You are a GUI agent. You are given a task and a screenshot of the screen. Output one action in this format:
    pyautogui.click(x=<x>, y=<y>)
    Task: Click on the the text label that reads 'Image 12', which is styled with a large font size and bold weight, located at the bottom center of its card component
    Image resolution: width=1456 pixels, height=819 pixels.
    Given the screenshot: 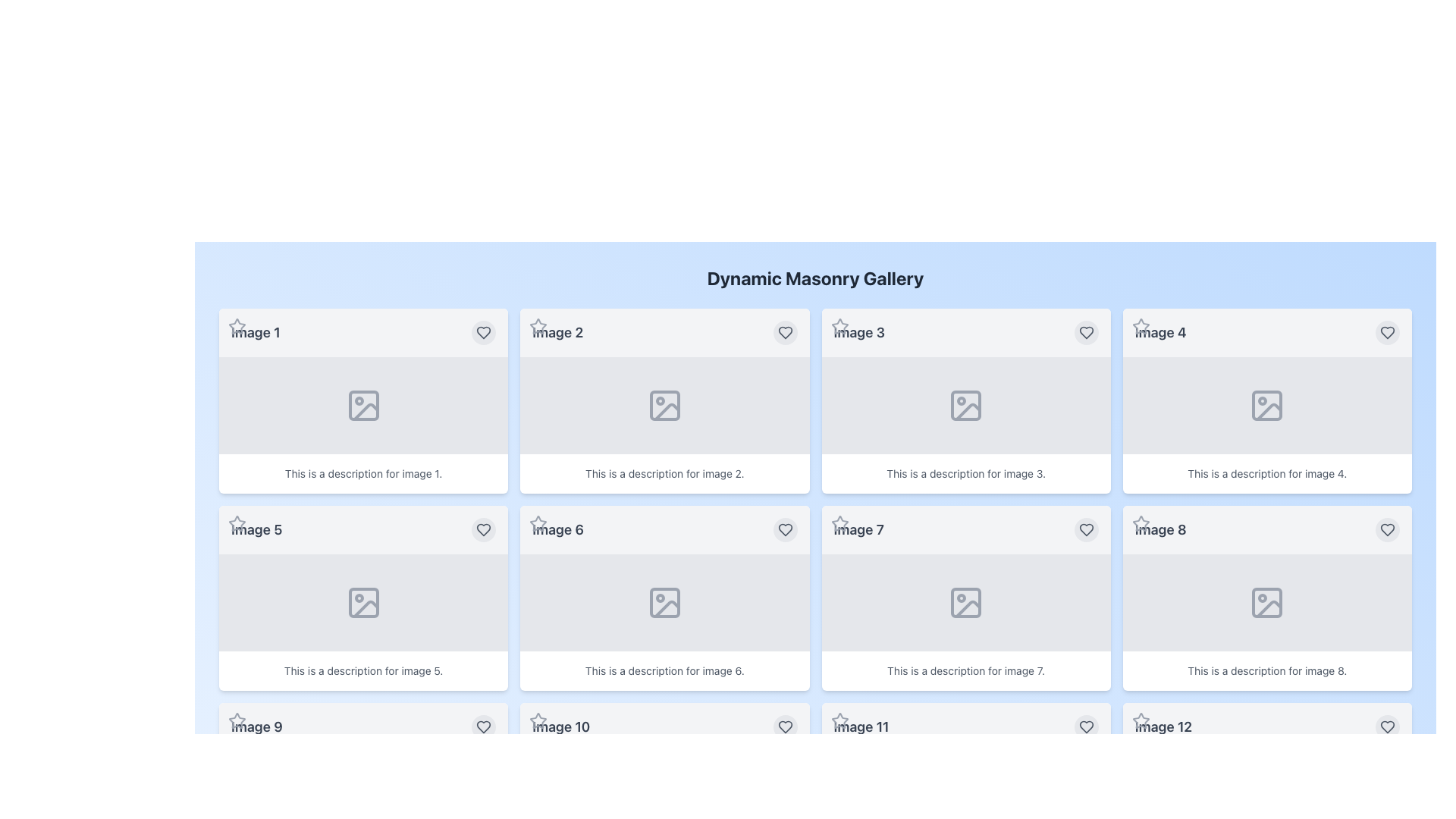 What is the action you would take?
    pyautogui.click(x=1163, y=726)
    